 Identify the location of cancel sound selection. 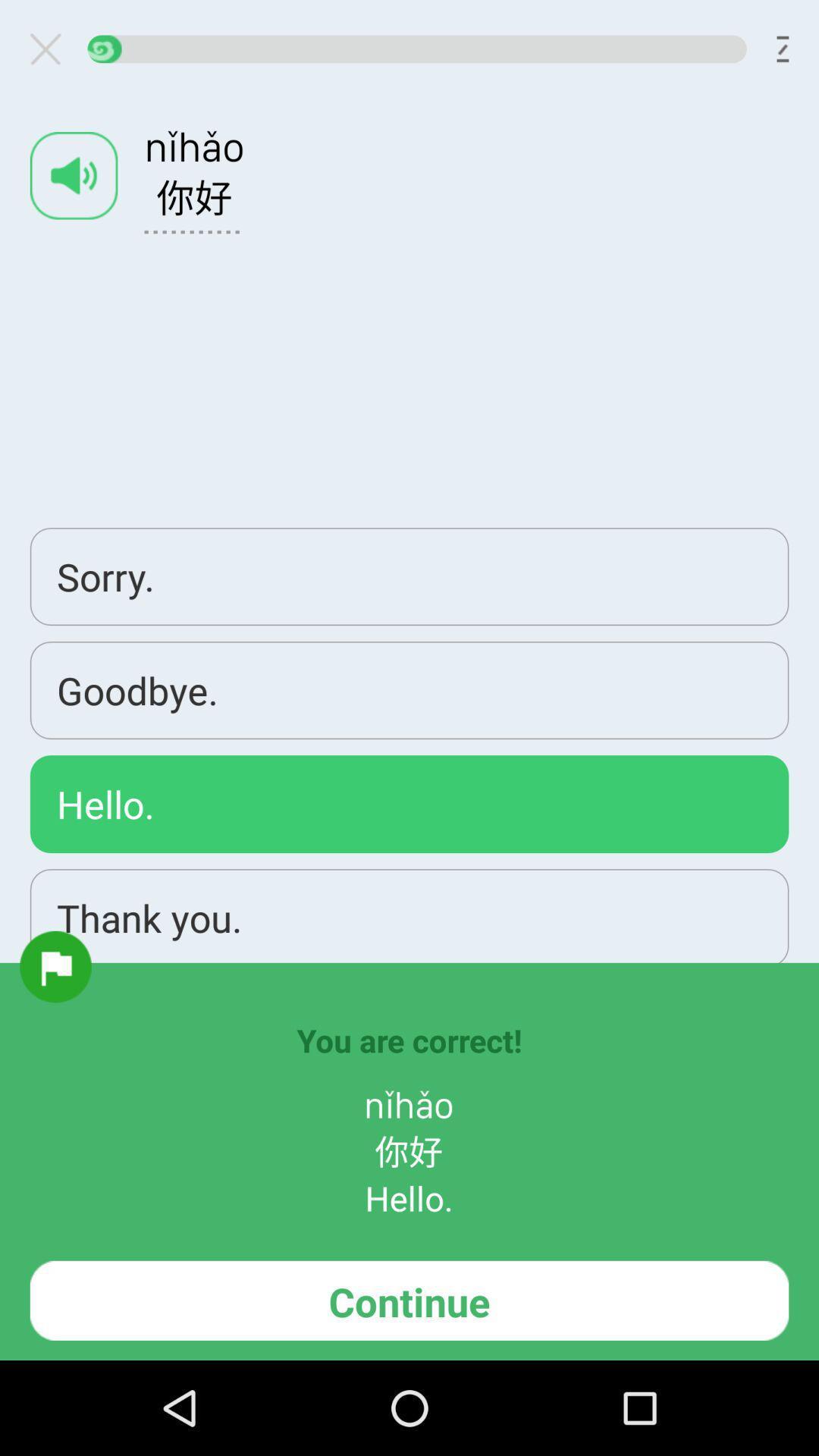
(51, 49).